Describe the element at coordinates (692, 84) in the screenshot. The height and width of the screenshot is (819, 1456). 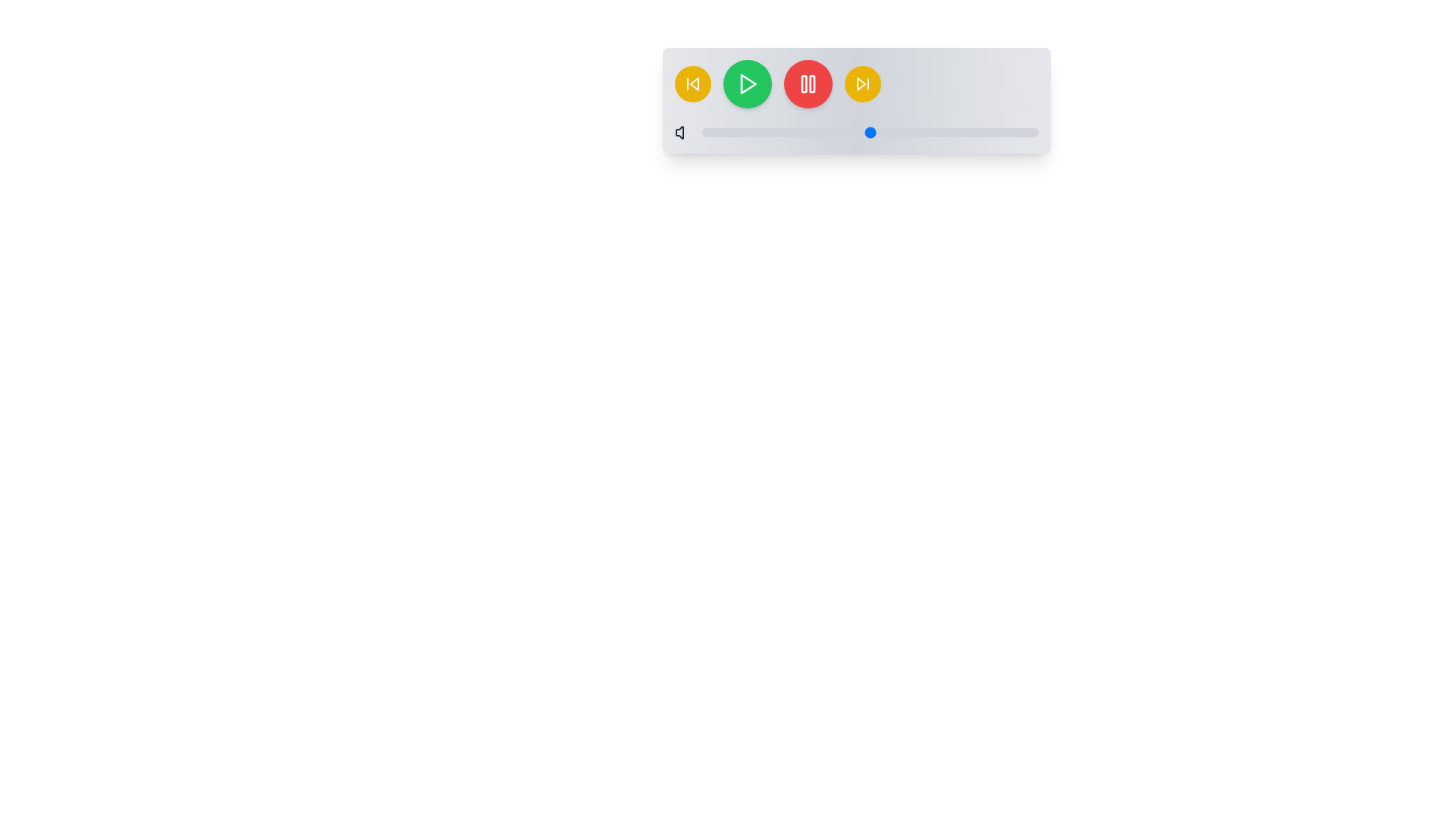
I see `the circular yellow button with a backward arrow icon` at that location.